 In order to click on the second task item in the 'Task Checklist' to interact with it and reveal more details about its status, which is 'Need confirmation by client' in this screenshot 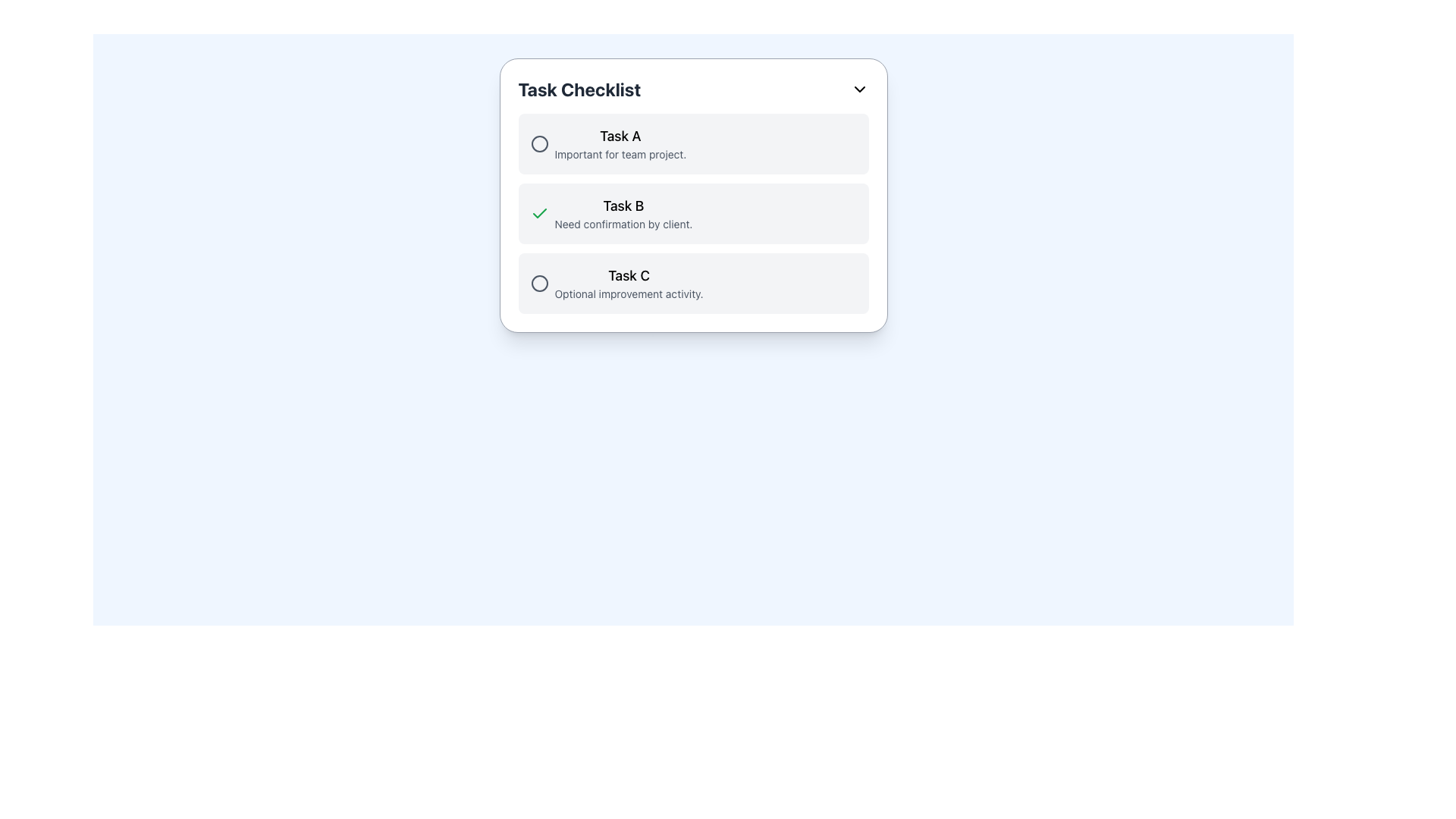, I will do `click(611, 213)`.